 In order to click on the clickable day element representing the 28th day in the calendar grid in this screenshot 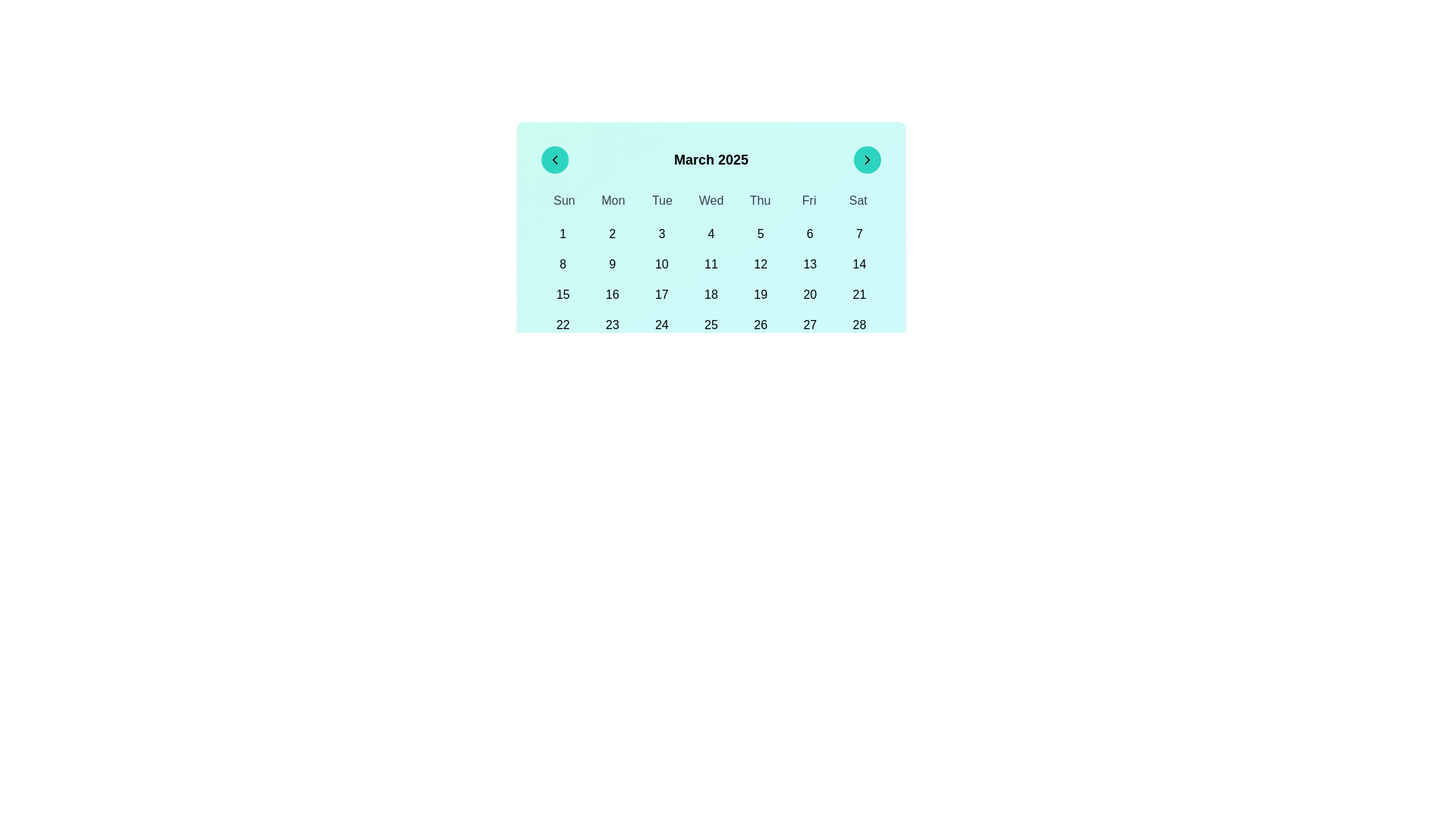, I will do `click(859, 324)`.